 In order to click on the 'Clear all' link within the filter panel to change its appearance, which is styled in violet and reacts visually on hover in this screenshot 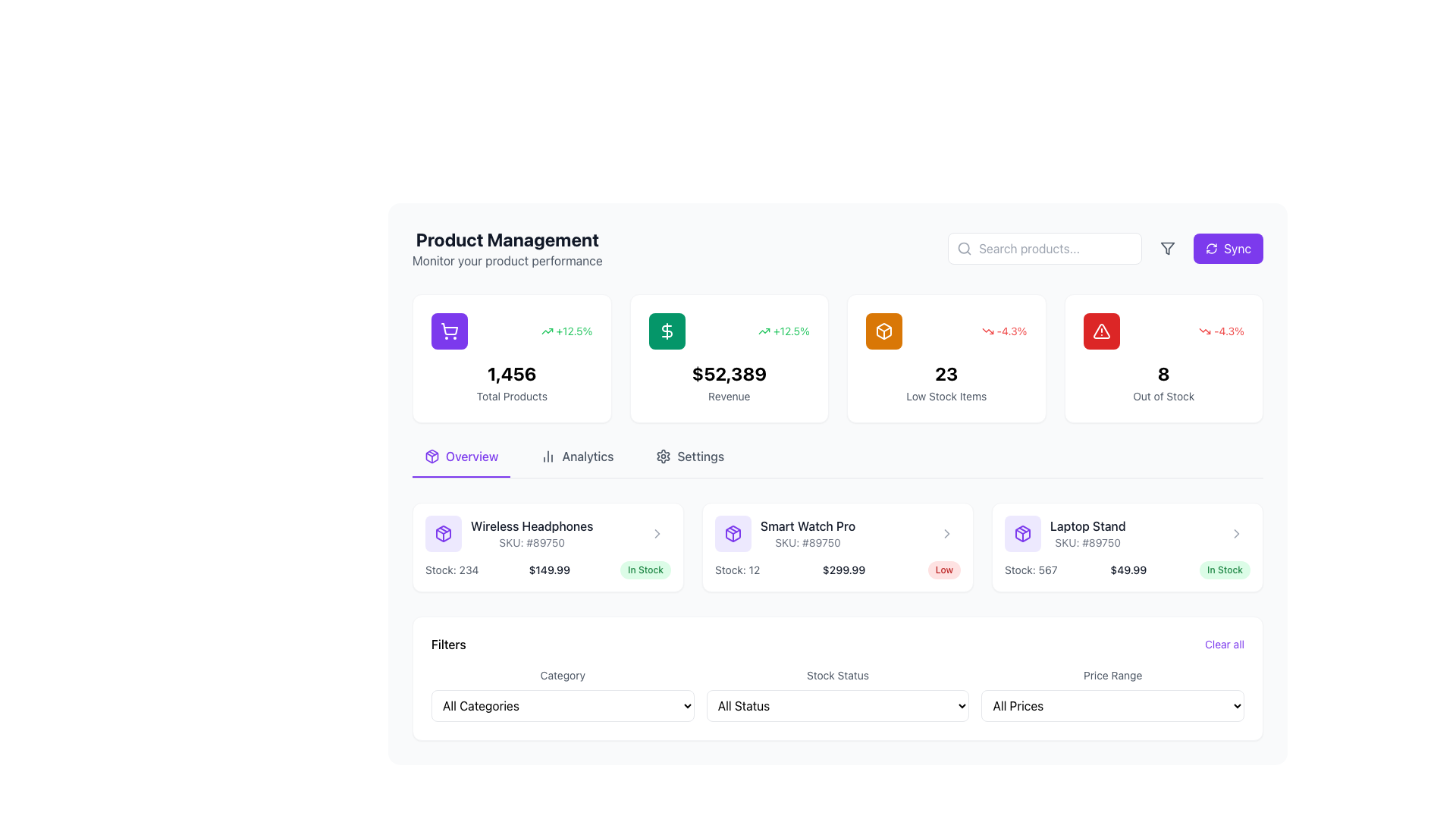, I will do `click(836, 644)`.